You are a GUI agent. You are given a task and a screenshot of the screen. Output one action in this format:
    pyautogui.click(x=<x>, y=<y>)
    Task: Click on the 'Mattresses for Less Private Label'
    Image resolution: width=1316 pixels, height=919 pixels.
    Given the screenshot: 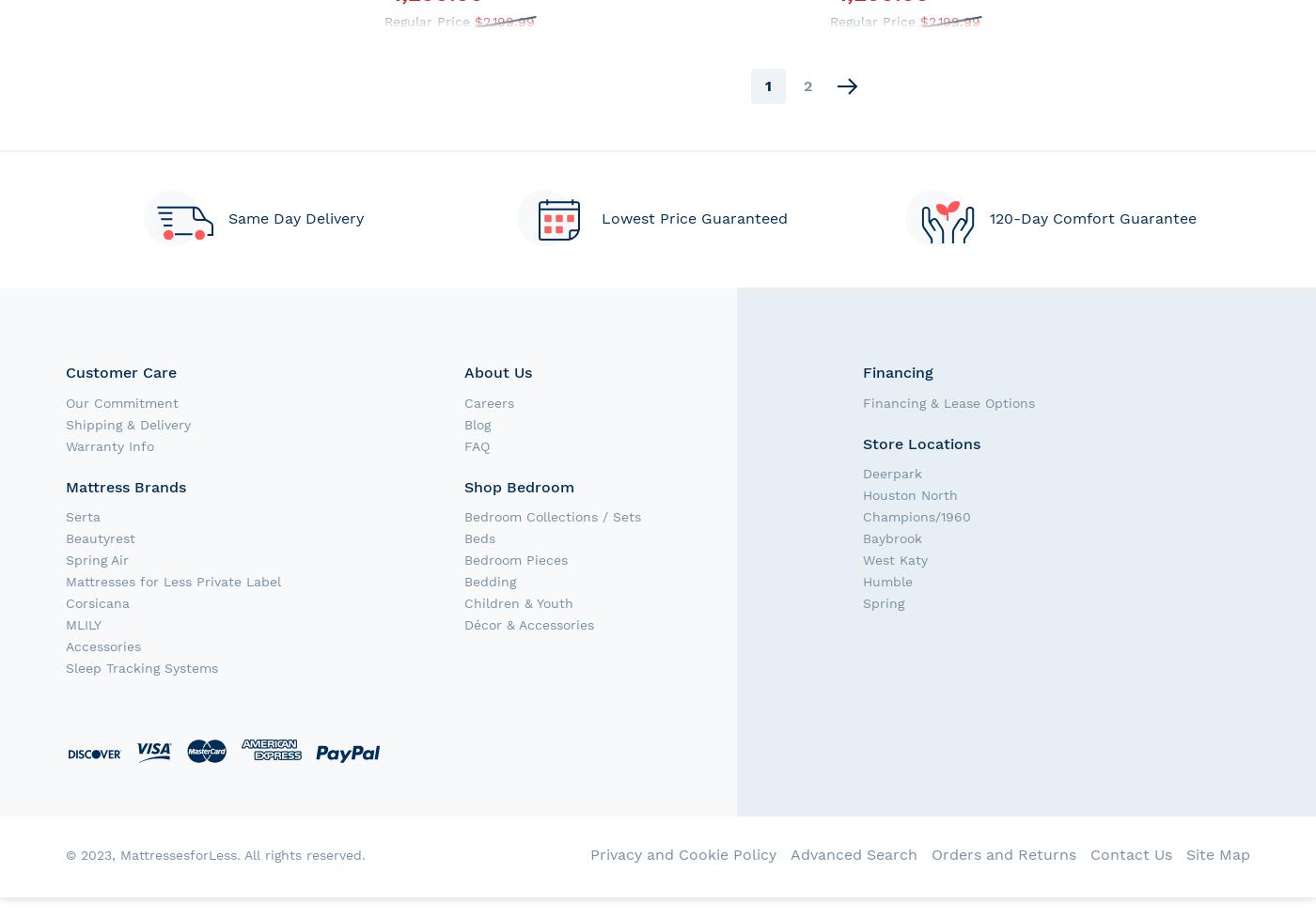 What is the action you would take?
    pyautogui.click(x=173, y=581)
    